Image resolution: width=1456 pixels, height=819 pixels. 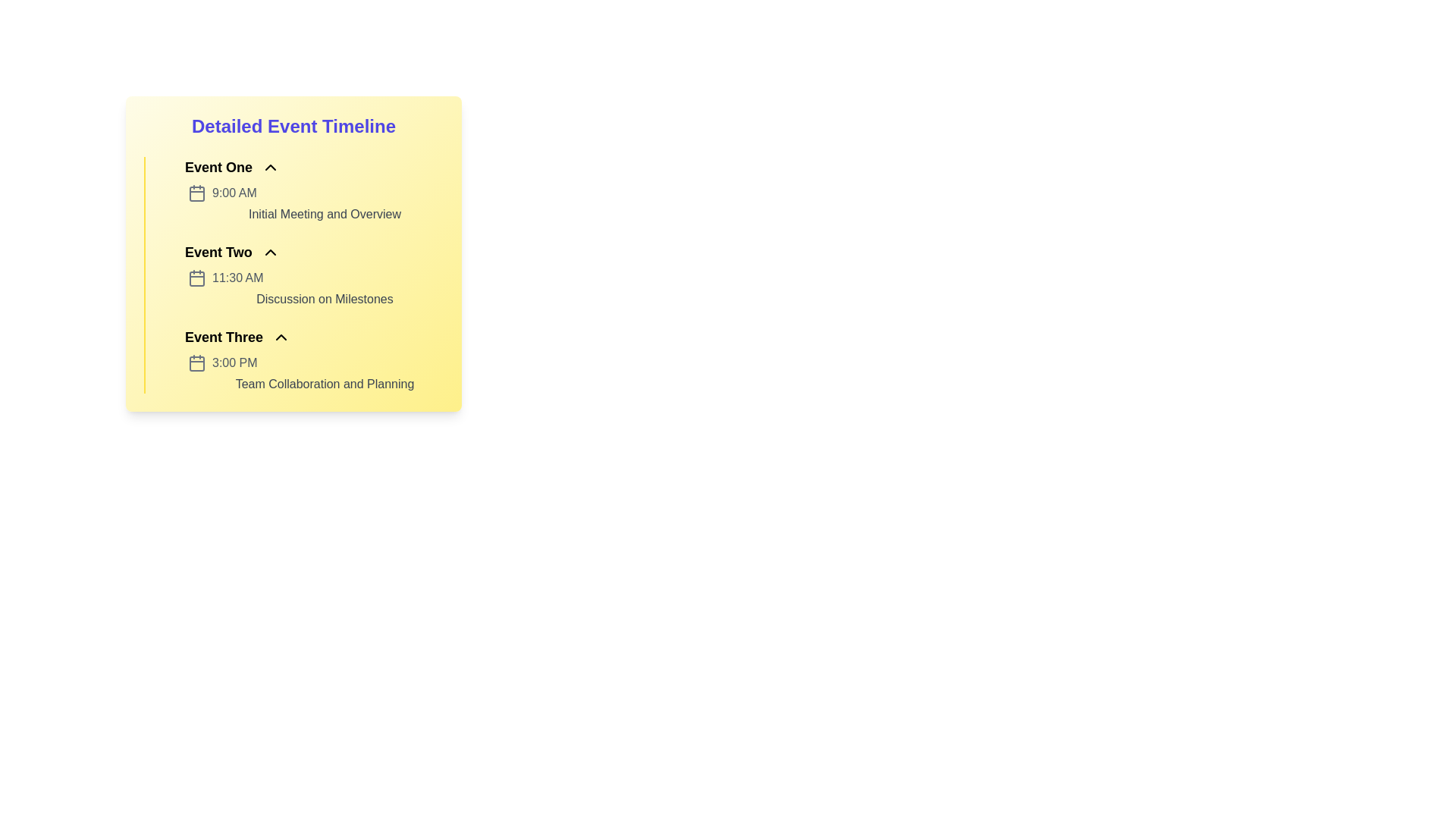 I want to click on the chevron icon next to 'Event Three' in the 'Detailed Event Timeline' section, so click(x=281, y=336).